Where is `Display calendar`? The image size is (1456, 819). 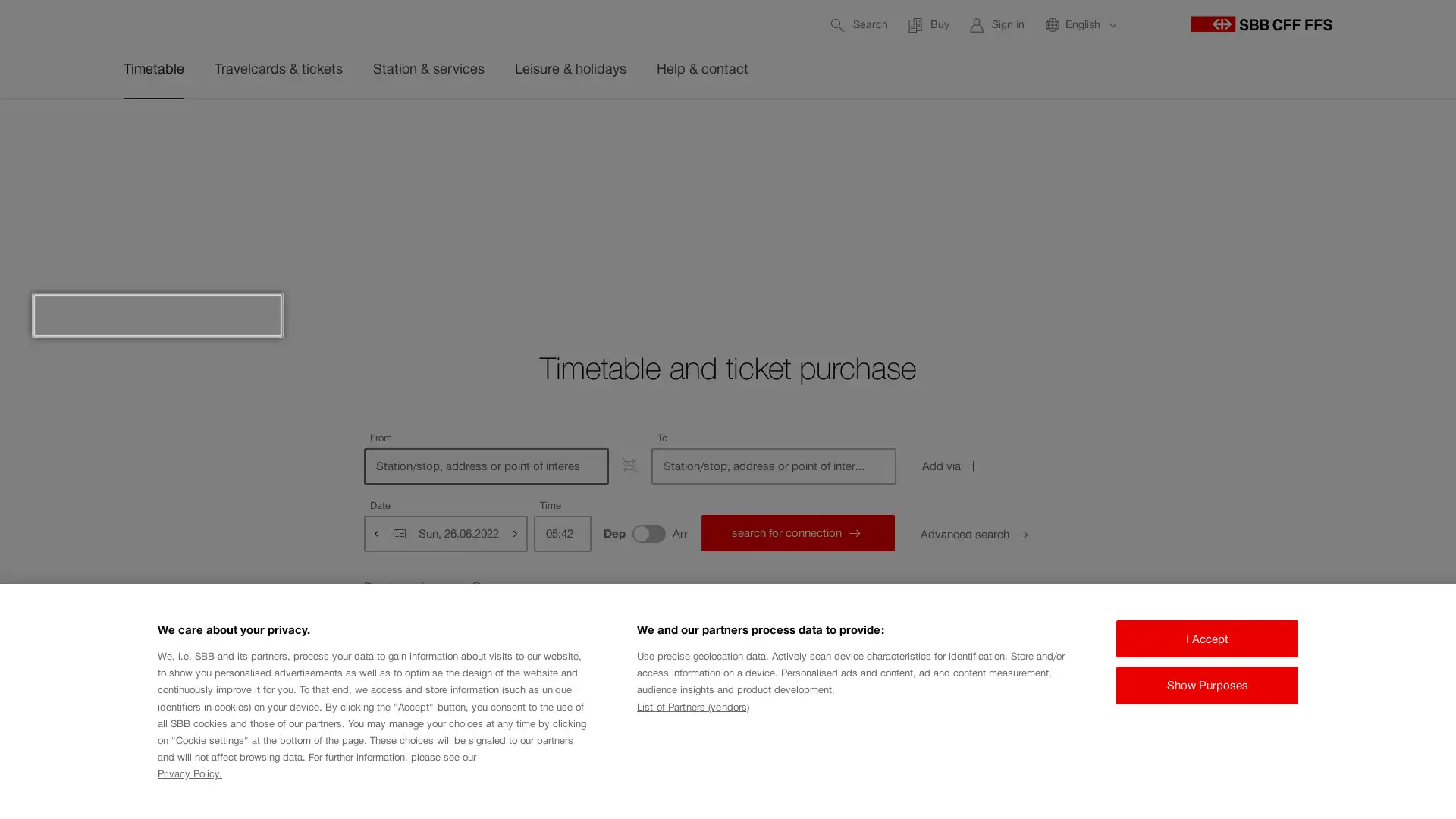 Display calendar is located at coordinates (400, 532).